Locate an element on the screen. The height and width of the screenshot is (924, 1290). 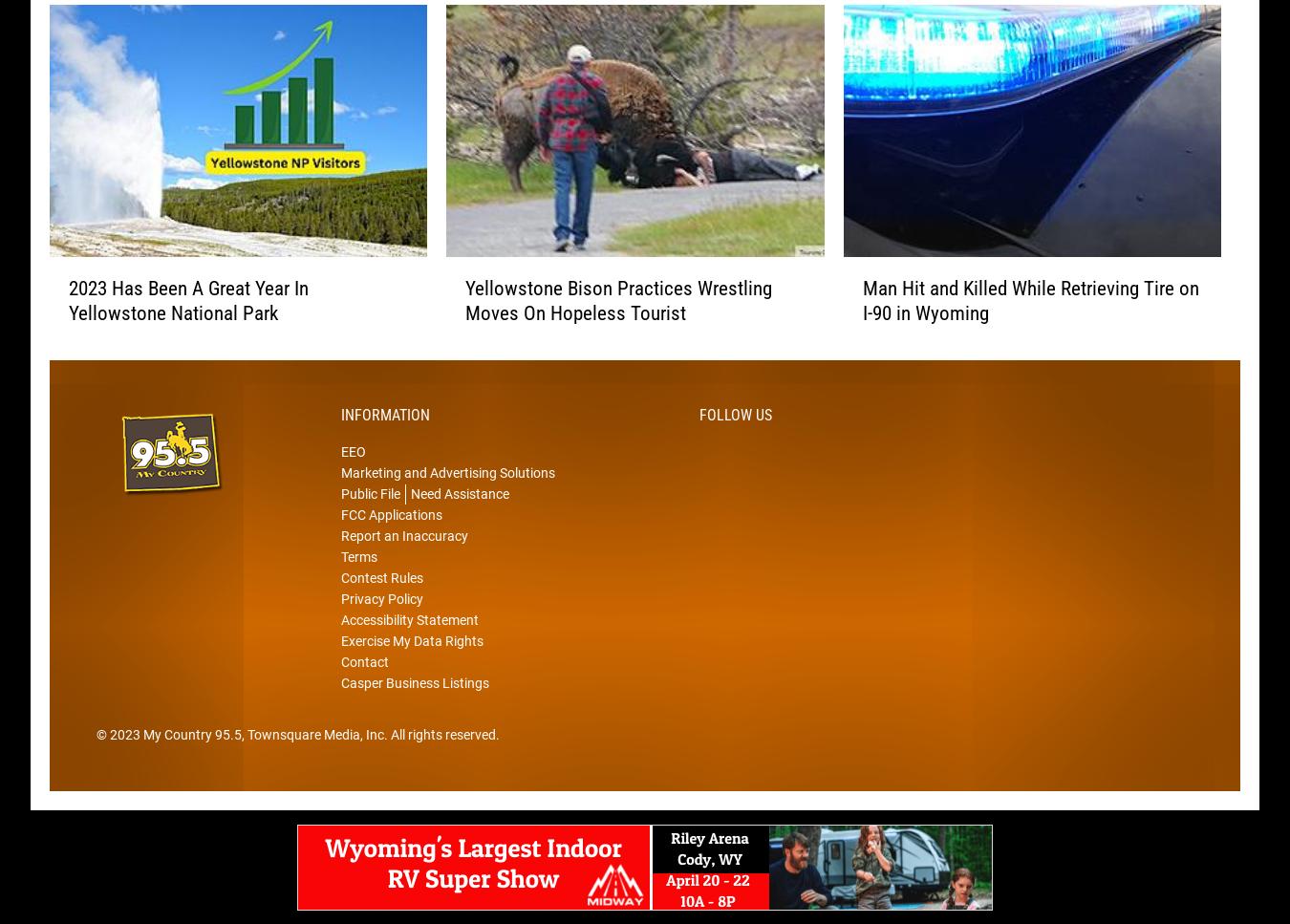
'2023 Has Been A Great Year In Yellowstone National Park' is located at coordinates (188, 329).